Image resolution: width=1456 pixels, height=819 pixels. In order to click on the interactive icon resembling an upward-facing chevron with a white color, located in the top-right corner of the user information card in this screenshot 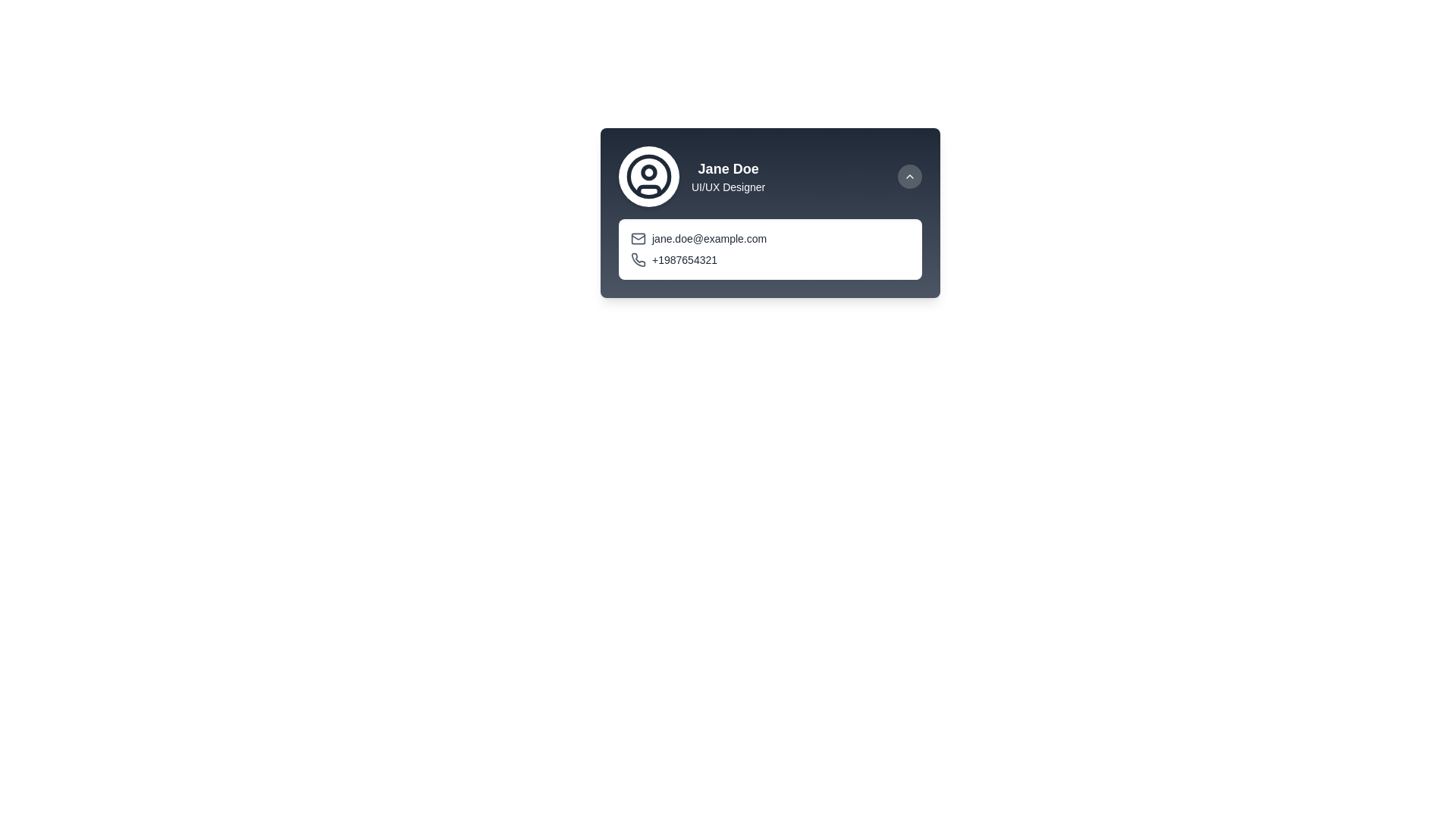, I will do `click(910, 175)`.